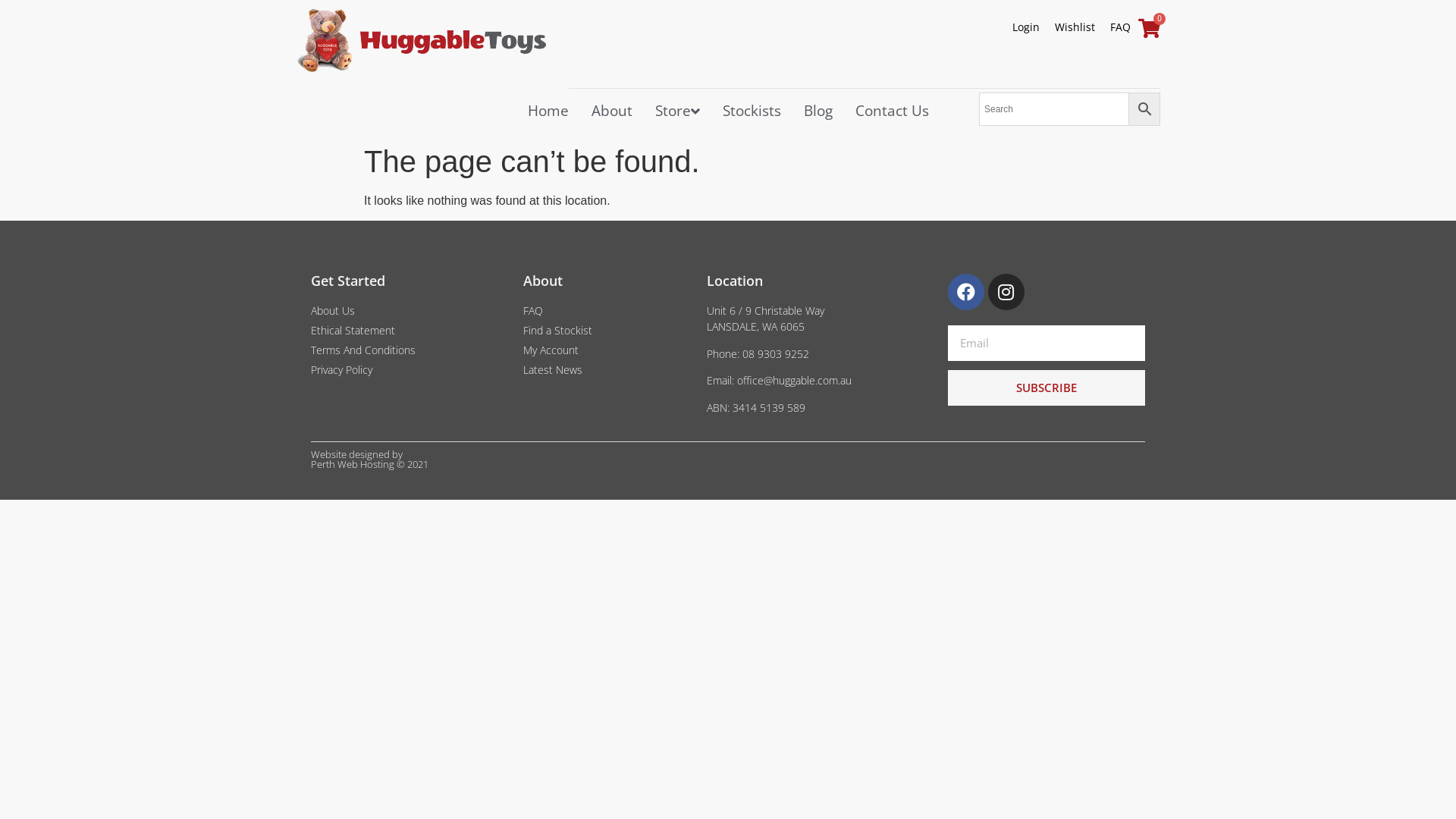 Image resolution: width=1456 pixels, height=819 pixels. I want to click on 'My Account', so click(607, 350).